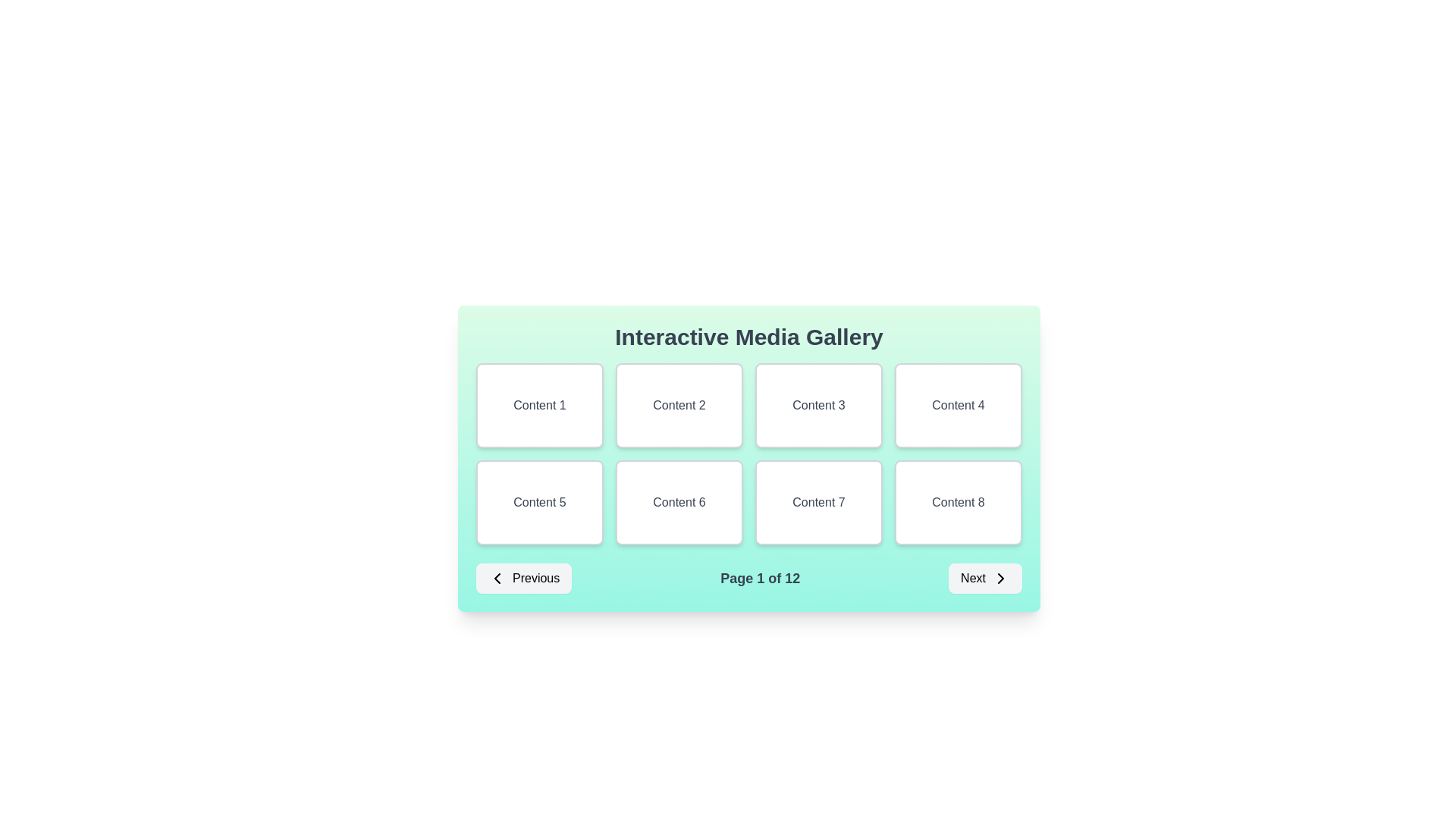  What do you see at coordinates (539, 503) in the screenshot?
I see `the Card located in the second row, first column of the grid` at bounding box center [539, 503].